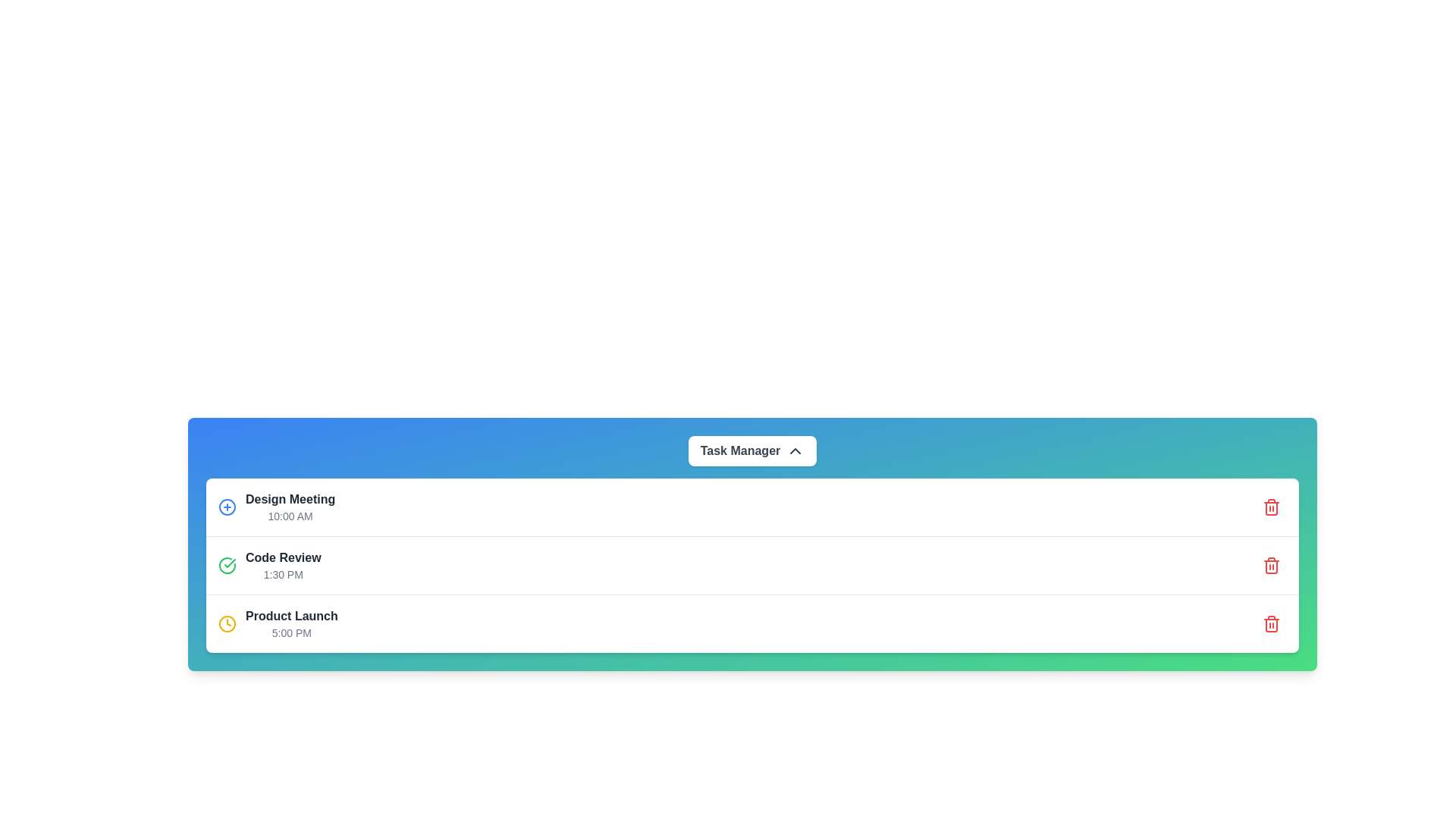  Describe the element at coordinates (226, 623) in the screenshot. I see `the circular graphic representing a clock icon located to the left of the 'Product Launch' label in the bottom row of the task list` at that location.